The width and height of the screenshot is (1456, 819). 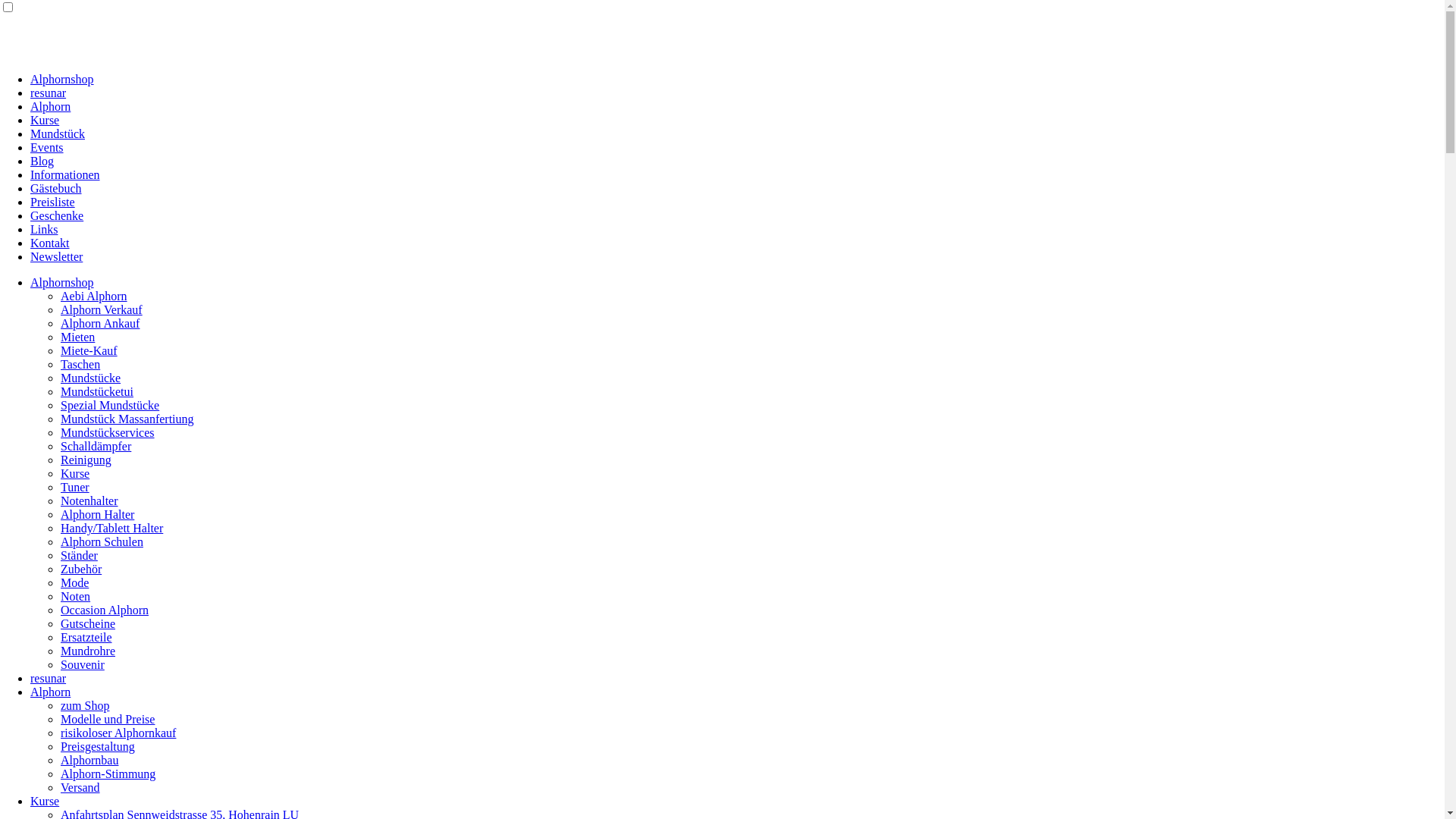 I want to click on 'Preisgestaltung', so click(x=97, y=745).